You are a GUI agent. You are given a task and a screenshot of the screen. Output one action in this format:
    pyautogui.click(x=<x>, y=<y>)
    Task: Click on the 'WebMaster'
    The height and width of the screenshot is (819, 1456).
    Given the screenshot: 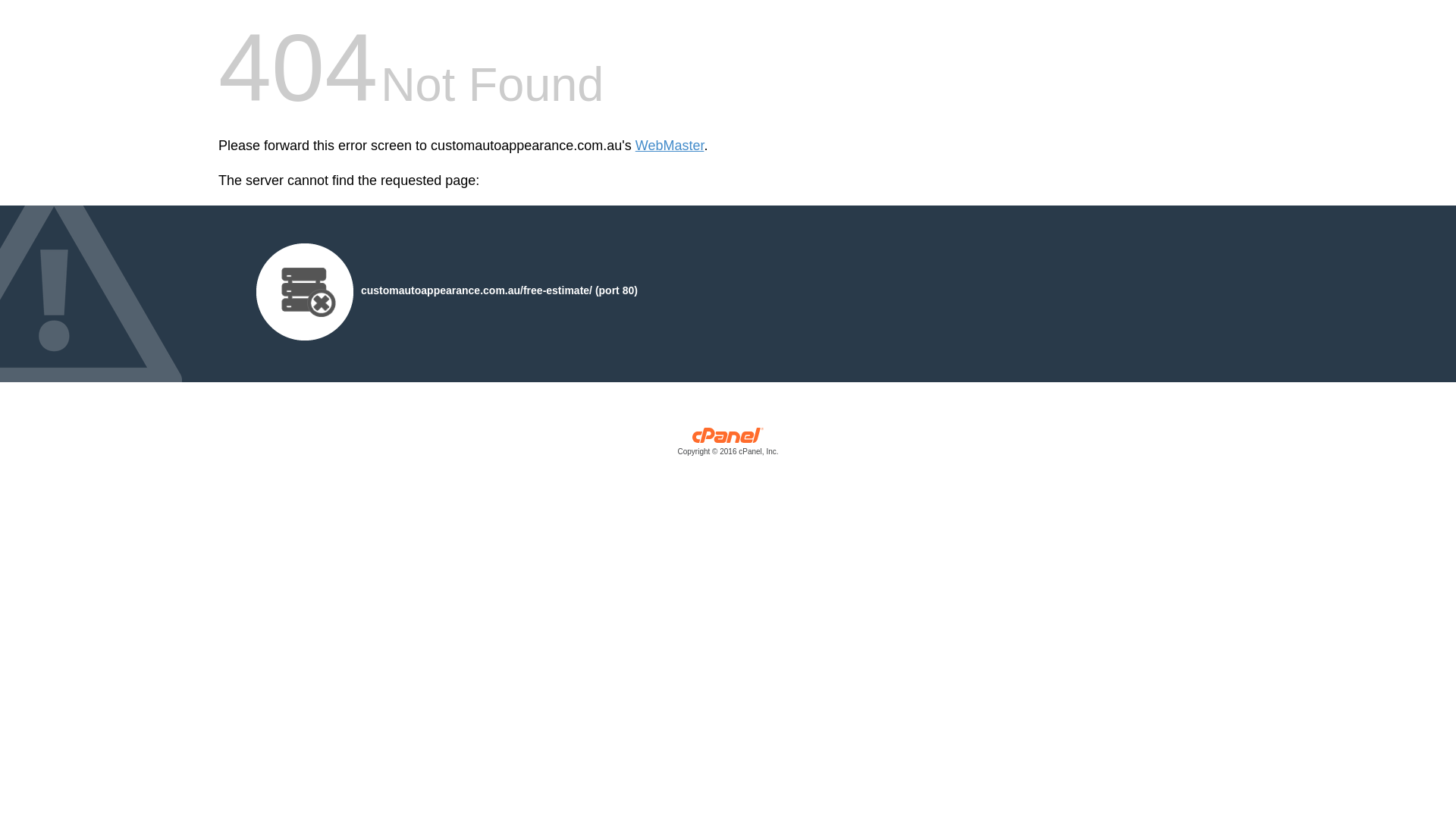 What is the action you would take?
    pyautogui.click(x=669, y=146)
    